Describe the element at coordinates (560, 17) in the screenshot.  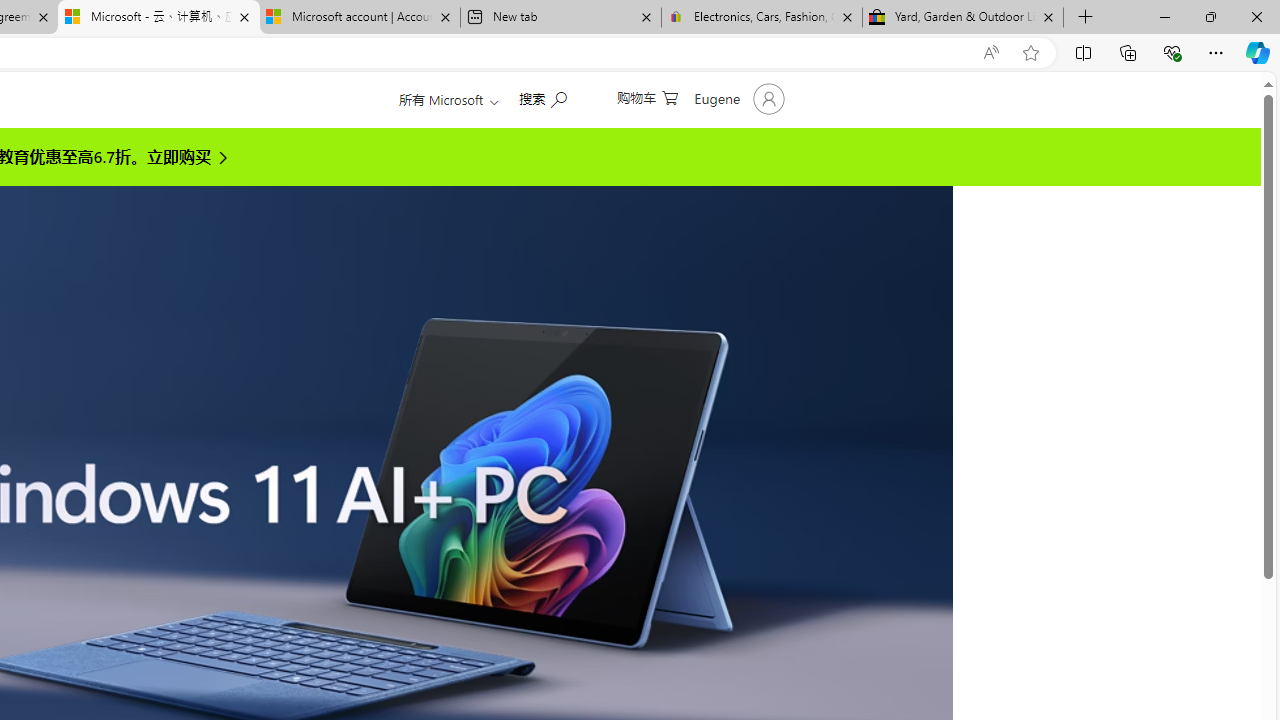
I see `'New tab'` at that location.